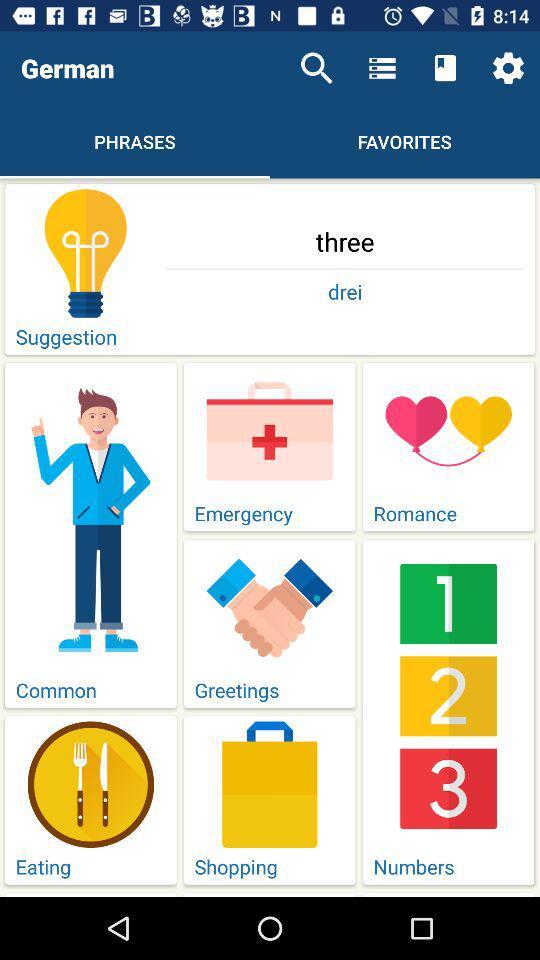  I want to click on item above the favorites icon, so click(445, 68).